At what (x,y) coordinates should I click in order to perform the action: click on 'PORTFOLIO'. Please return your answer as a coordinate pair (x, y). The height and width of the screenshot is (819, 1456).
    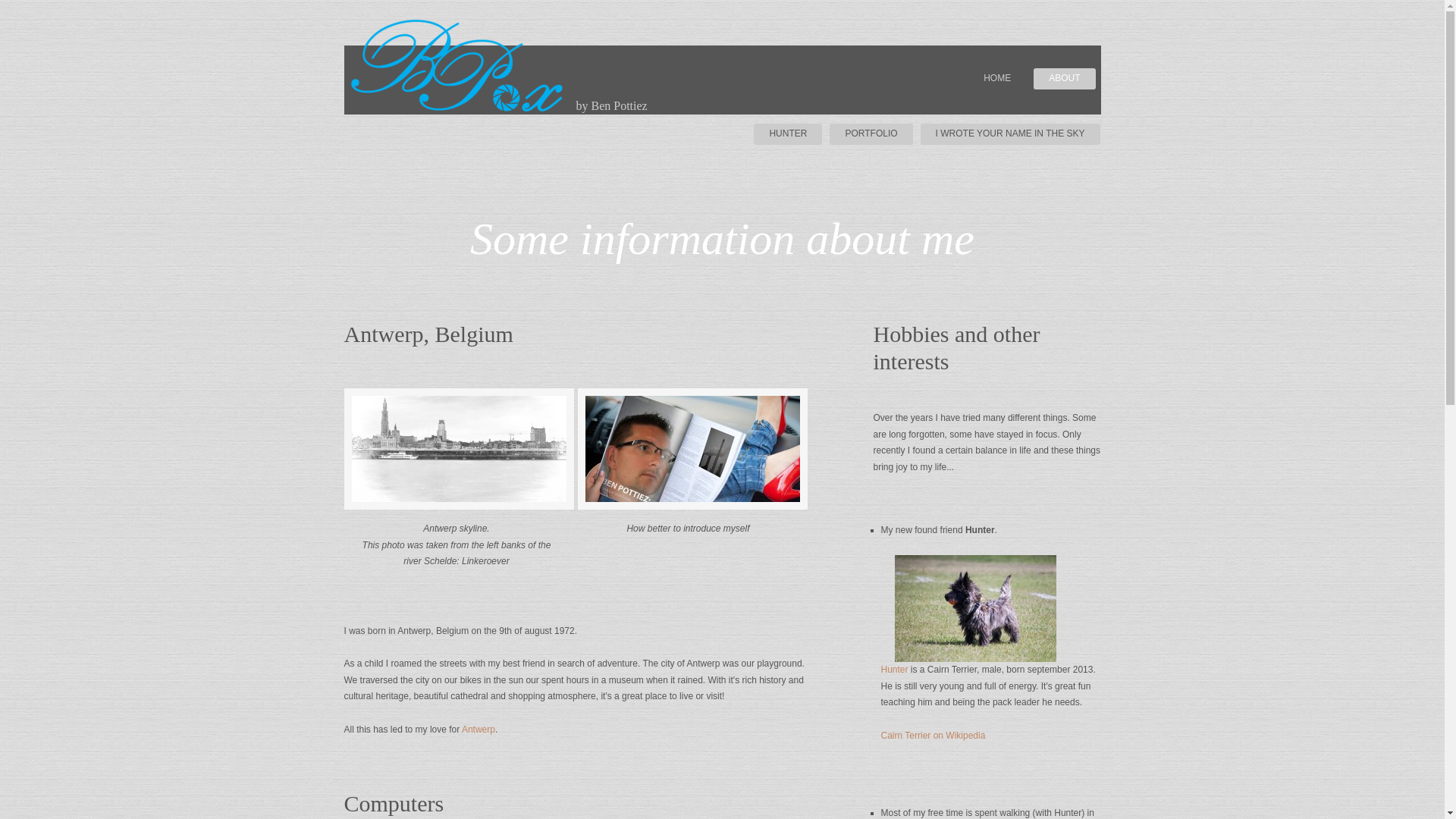
    Looking at the image, I should click on (871, 133).